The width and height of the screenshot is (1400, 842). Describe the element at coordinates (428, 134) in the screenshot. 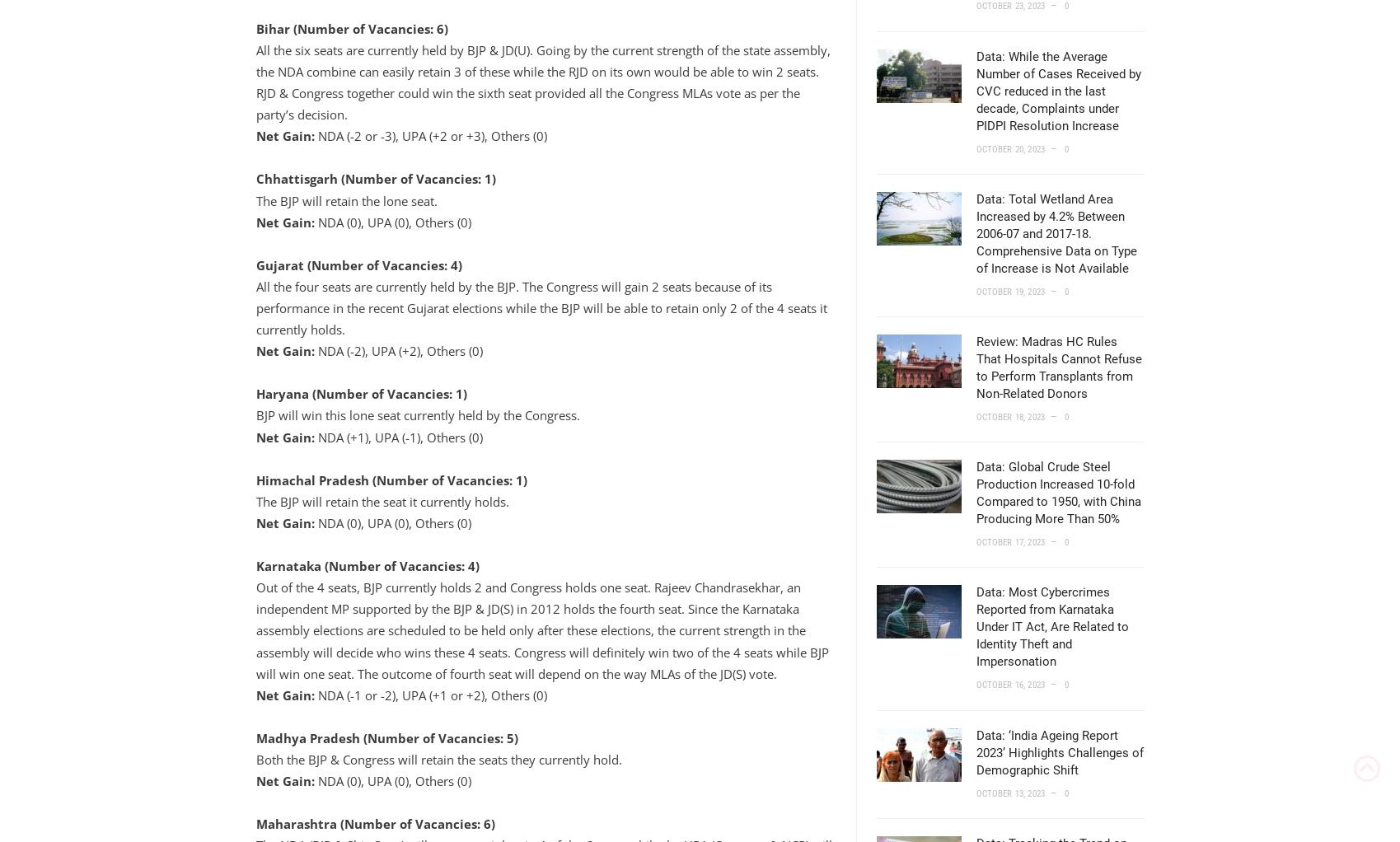

I see `'NDA (-2 or -3), UPA (+2 or +3), Others (0)'` at that location.